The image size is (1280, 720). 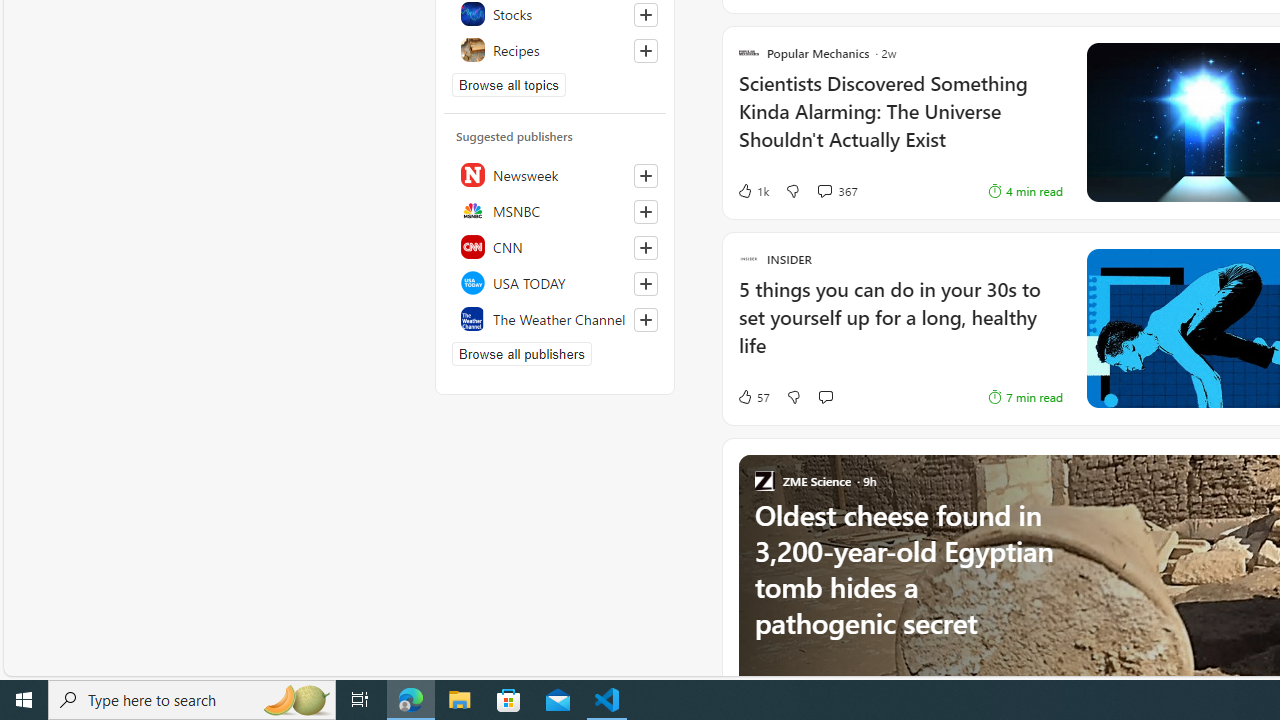 What do you see at coordinates (645, 319) in the screenshot?
I see `'Follow this source'` at bounding box center [645, 319].